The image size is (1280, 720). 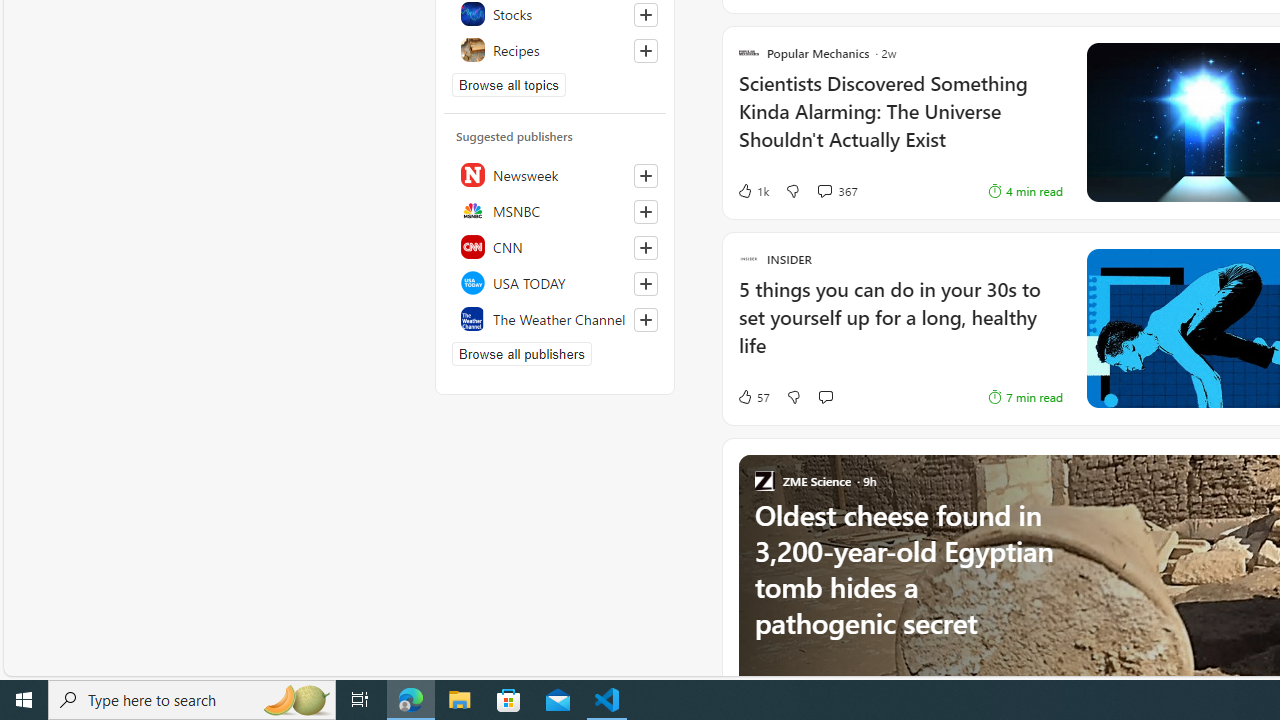 What do you see at coordinates (645, 319) in the screenshot?
I see `'Follow this source'` at bounding box center [645, 319].